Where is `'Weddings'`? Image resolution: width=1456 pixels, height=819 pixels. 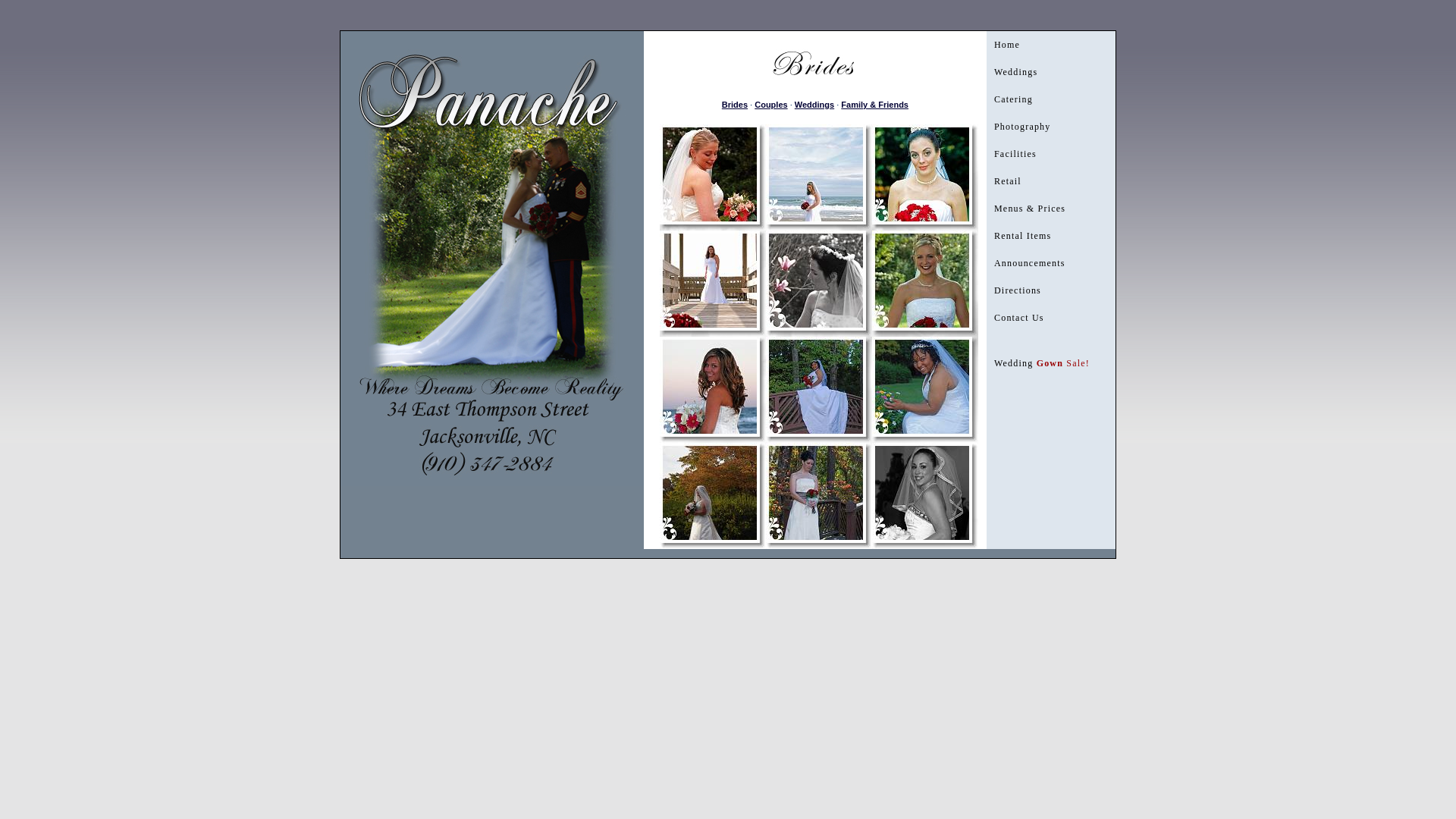
'Weddings' is located at coordinates (814, 104).